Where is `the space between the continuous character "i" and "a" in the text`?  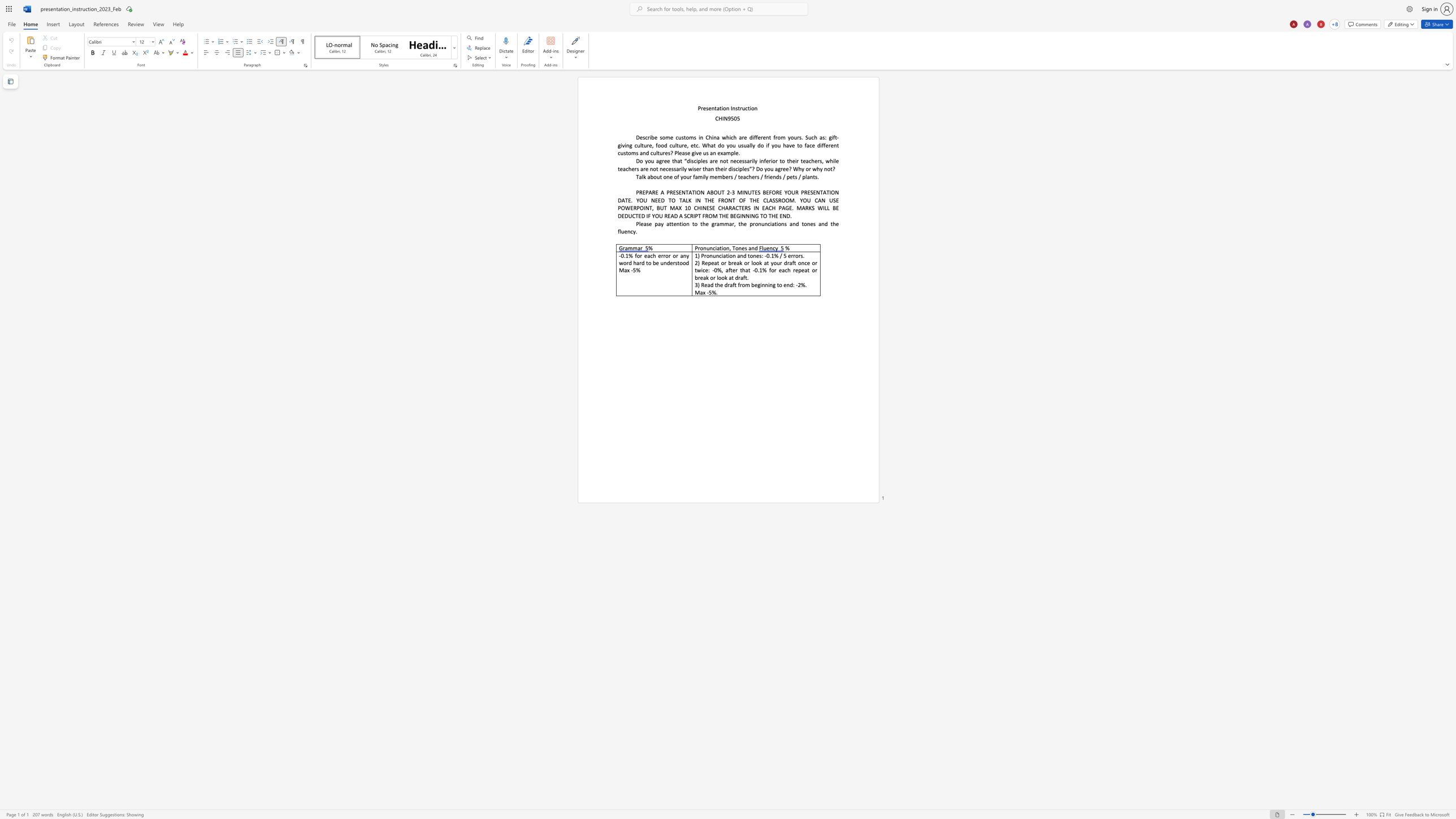
the space between the continuous character "i" and "a" in the text is located at coordinates (717, 248).